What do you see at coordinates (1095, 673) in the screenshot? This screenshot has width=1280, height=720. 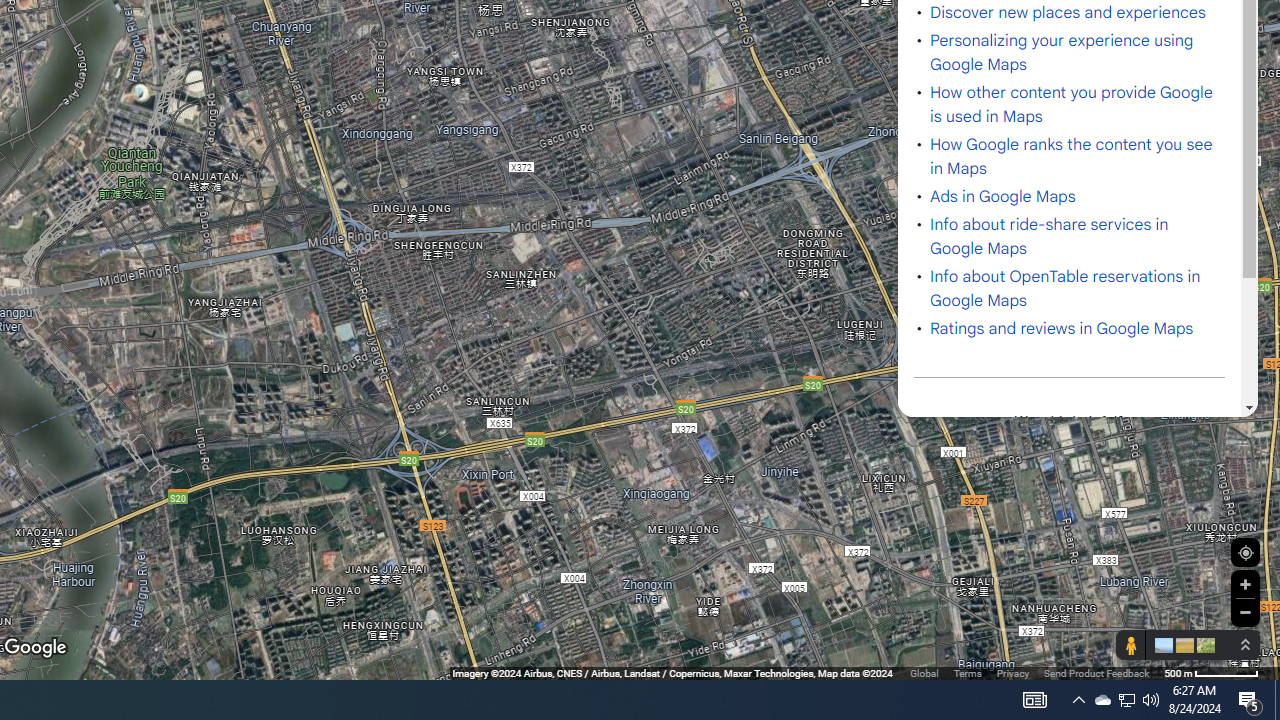 I see `'Send Product Feedback'` at bounding box center [1095, 673].